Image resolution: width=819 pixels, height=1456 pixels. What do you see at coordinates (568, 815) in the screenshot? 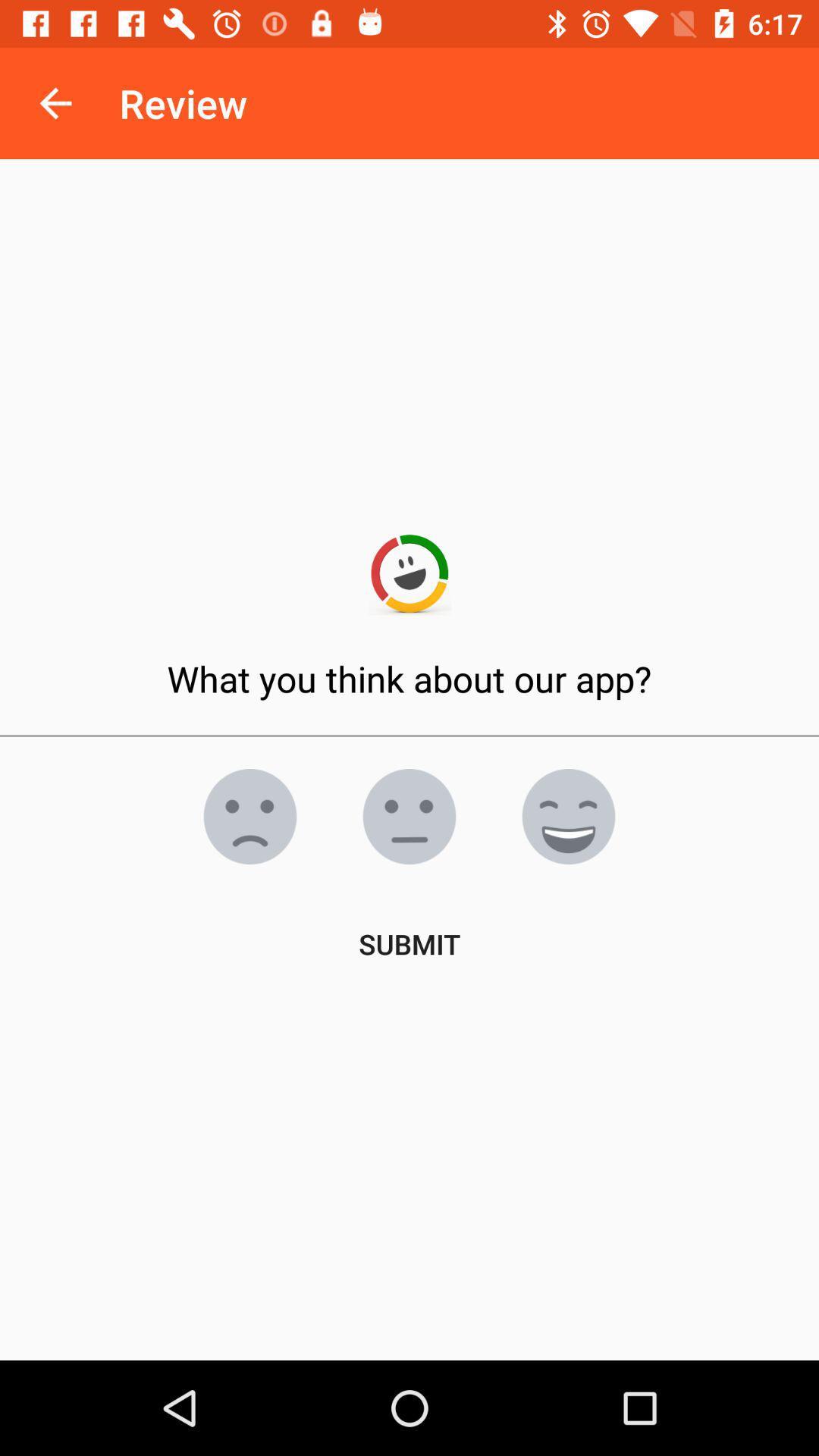
I see `the item on the right` at bounding box center [568, 815].